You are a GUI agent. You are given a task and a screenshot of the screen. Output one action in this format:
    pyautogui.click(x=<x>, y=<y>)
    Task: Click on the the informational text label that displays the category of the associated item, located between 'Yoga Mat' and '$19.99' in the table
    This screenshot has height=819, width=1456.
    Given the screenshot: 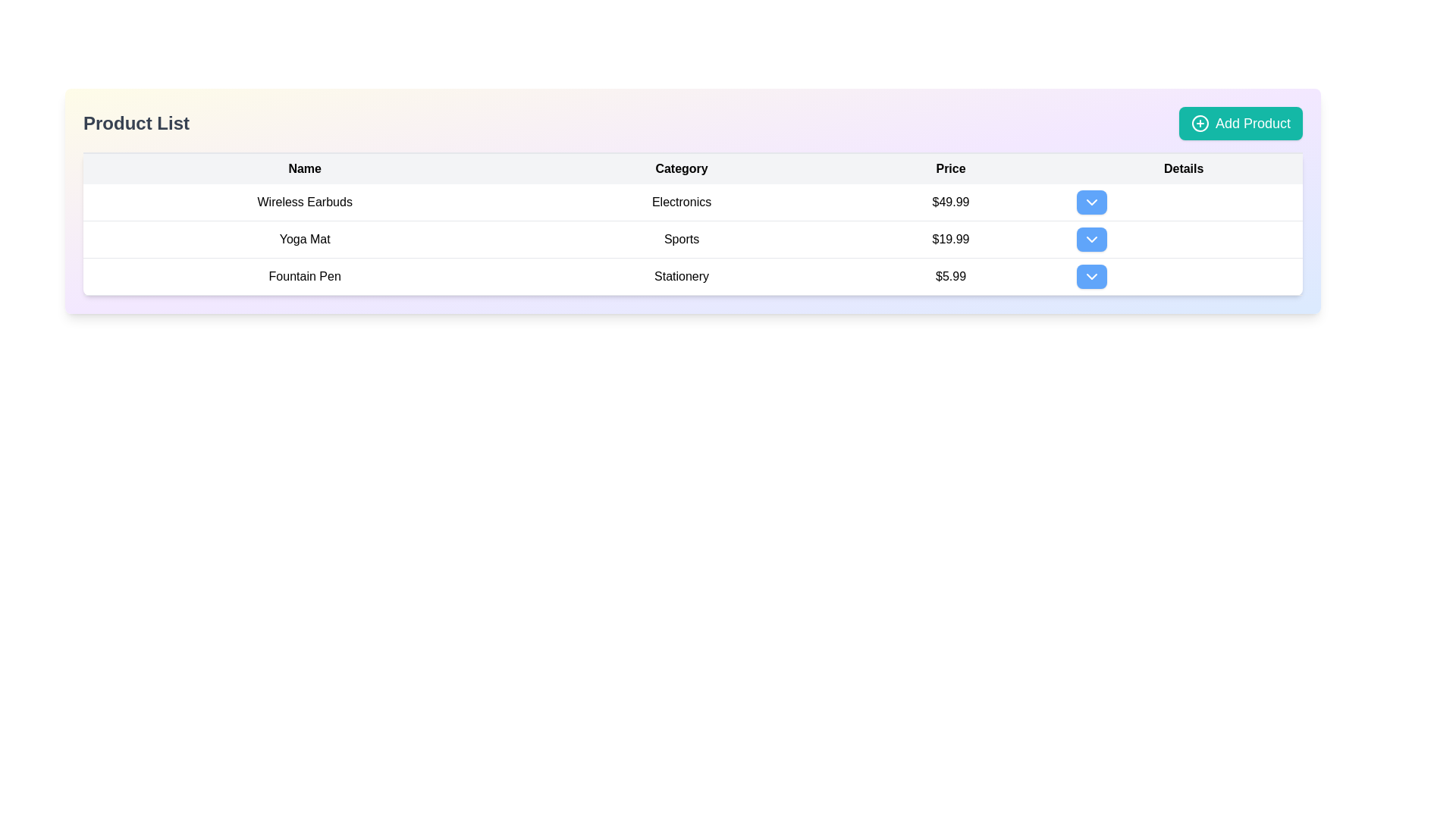 What is the action you would take?
    pyautogui.click(x=681, y=239)
    